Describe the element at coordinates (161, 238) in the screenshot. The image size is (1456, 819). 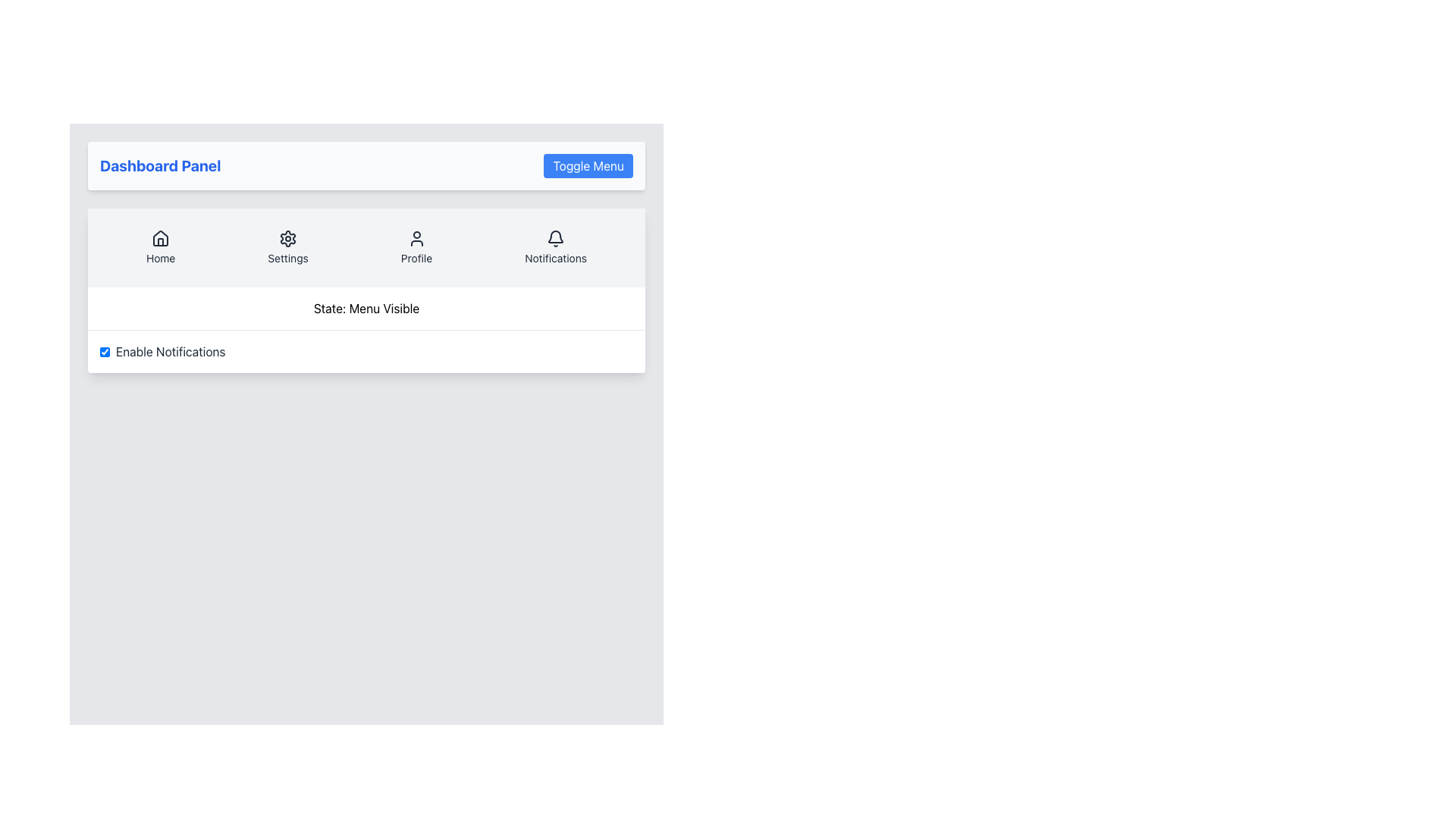
I see `the 'Home' graphical icon, which is styled minimally with a white background and dark outlines` at that location.